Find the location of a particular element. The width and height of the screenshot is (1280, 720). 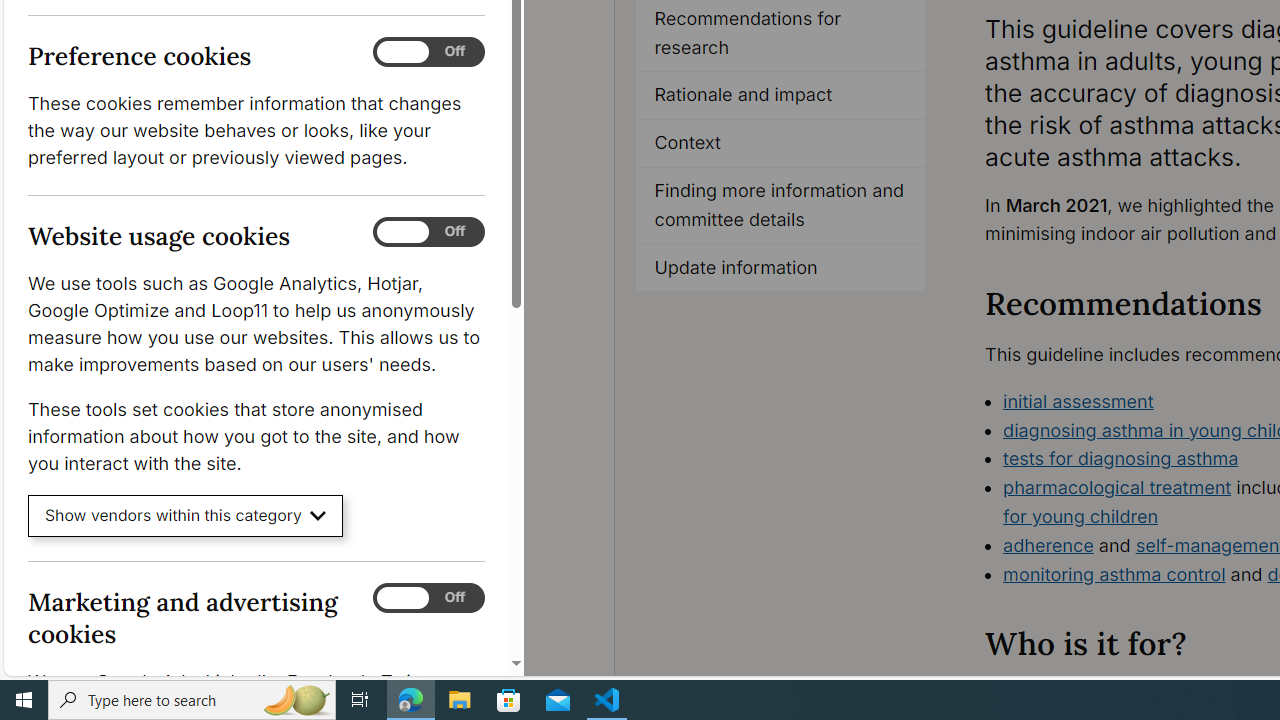

'for young children' is located at coordinates (1079, 514).